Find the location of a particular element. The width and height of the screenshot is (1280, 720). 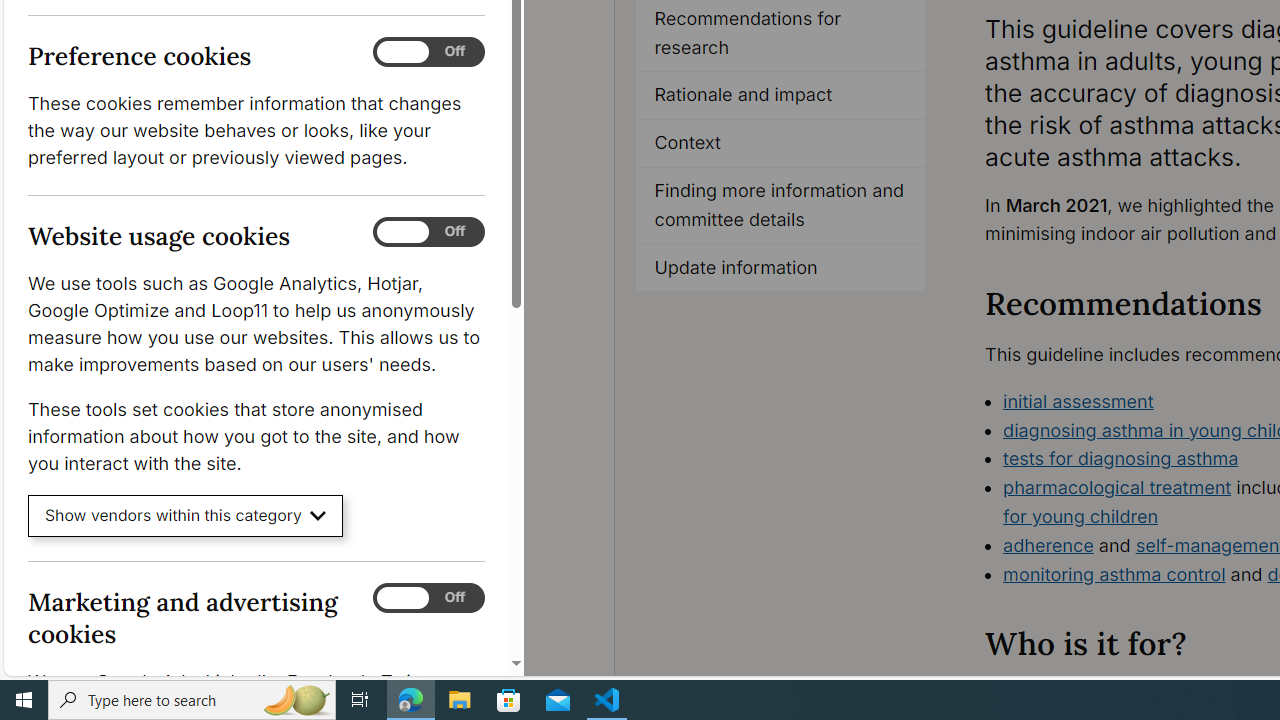

'for young children' is located at coordinates (1079, 514).